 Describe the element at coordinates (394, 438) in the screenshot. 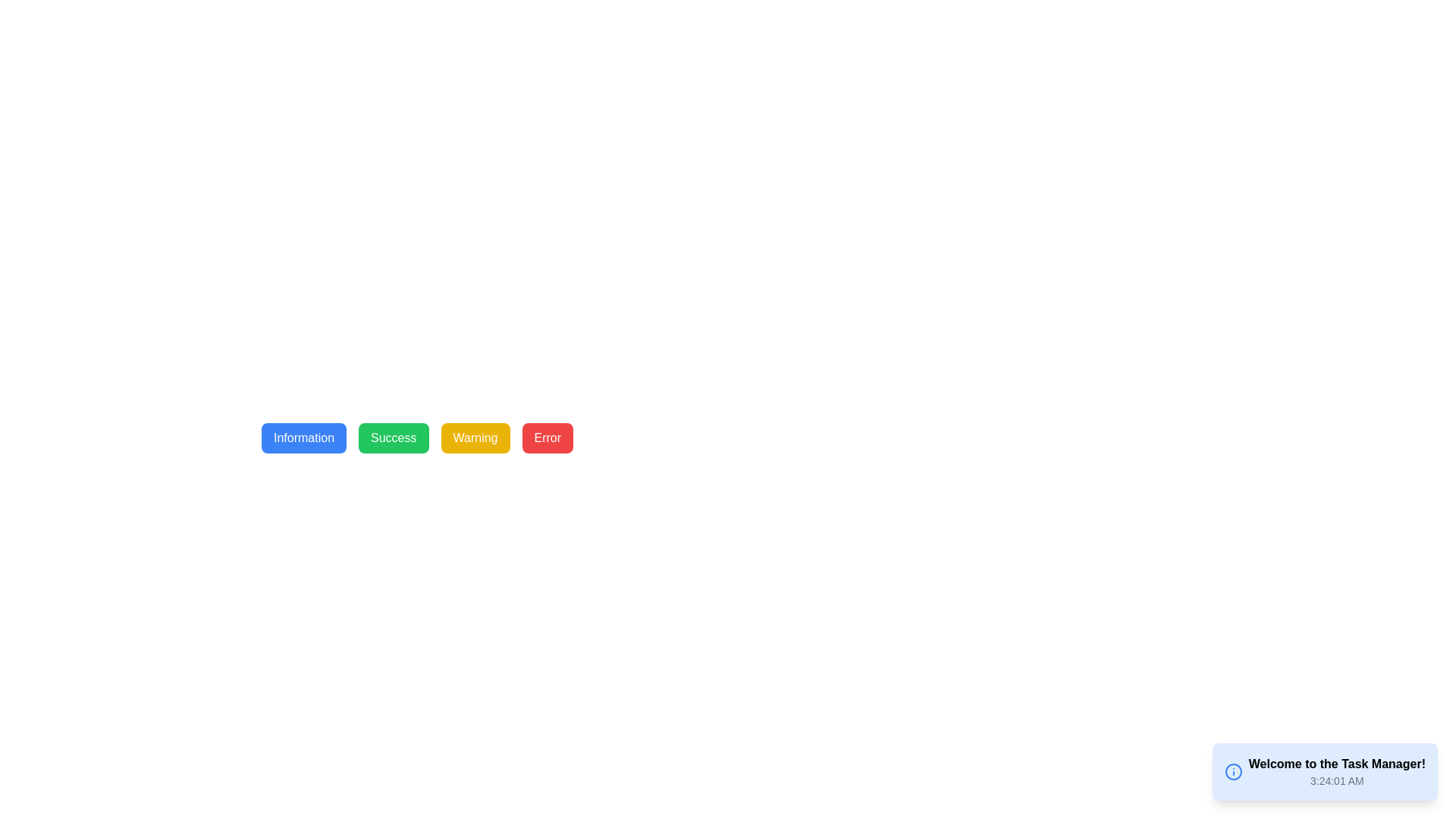

I see `the 'Success' button, which is the second button in a horizontal sequence of four buttons labeled 'Information', 'Success', 'Warning', and 'Error'` at that location.